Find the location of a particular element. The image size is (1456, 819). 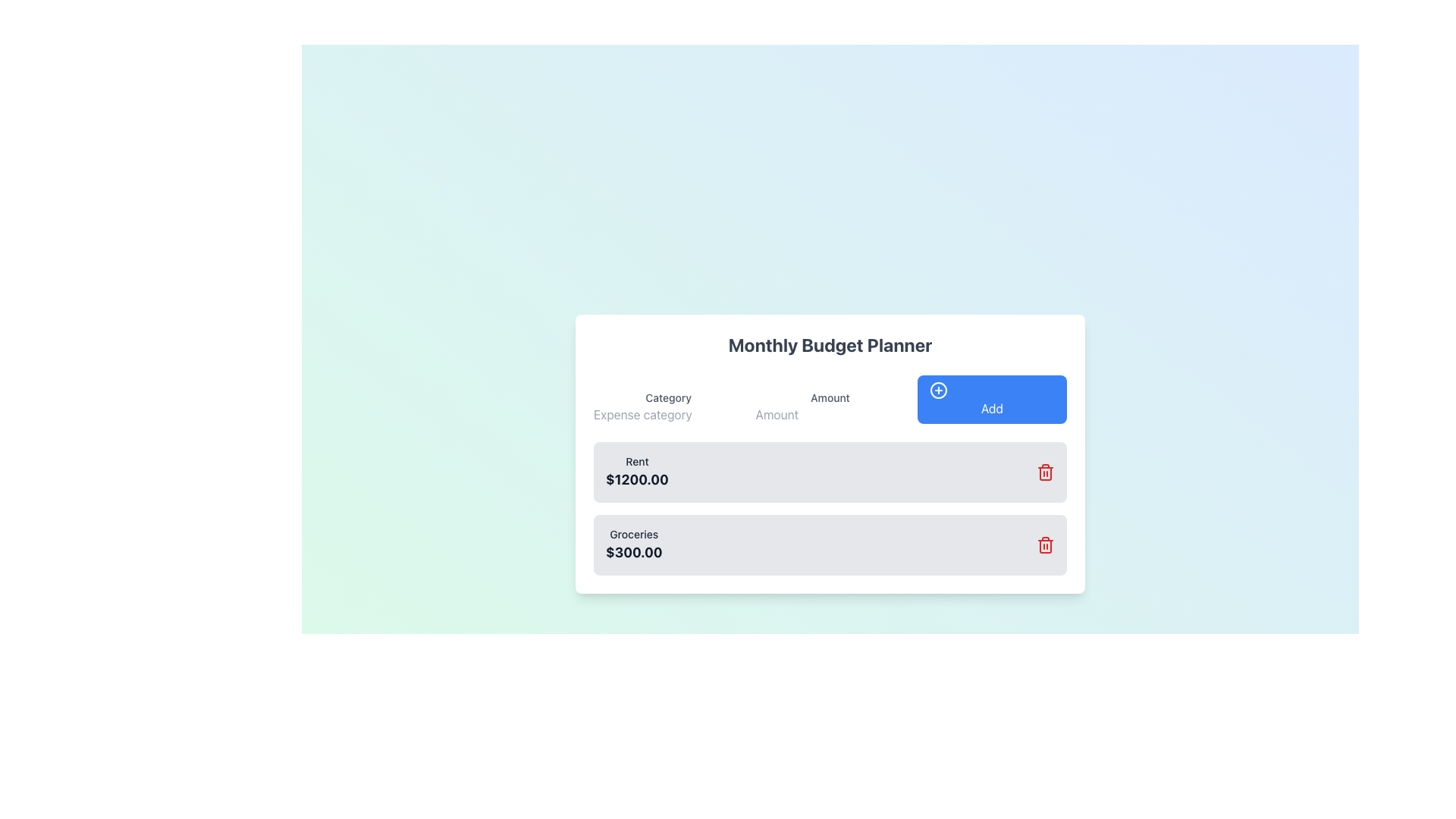

the text label displaying 'Monthly Budget Planner', which is prominently located at the top of the budgeting interface pane is located at coordinates (829, 345).